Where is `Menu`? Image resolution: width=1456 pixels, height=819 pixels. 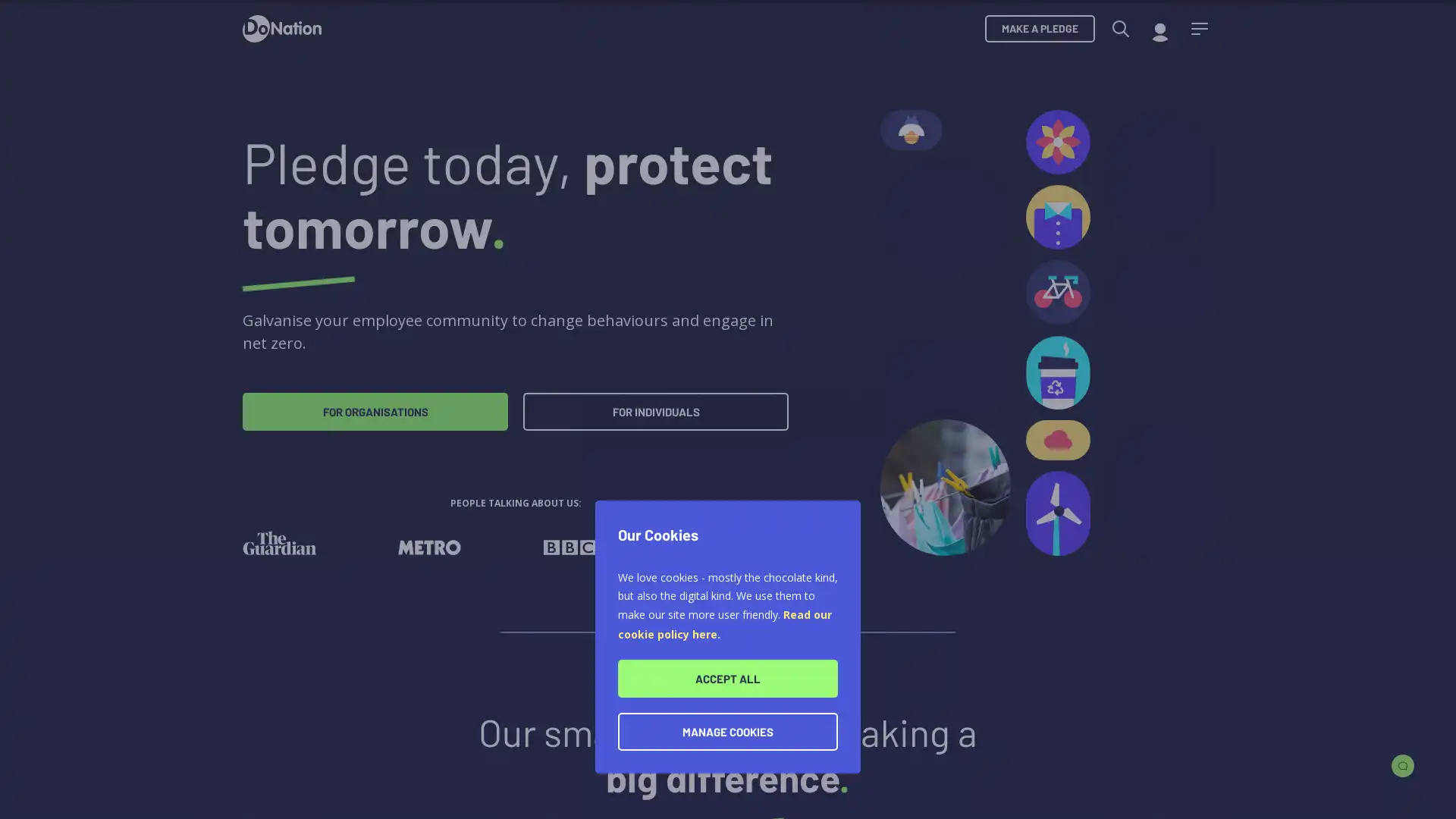 Menu is located at coordinates (1199, 29).